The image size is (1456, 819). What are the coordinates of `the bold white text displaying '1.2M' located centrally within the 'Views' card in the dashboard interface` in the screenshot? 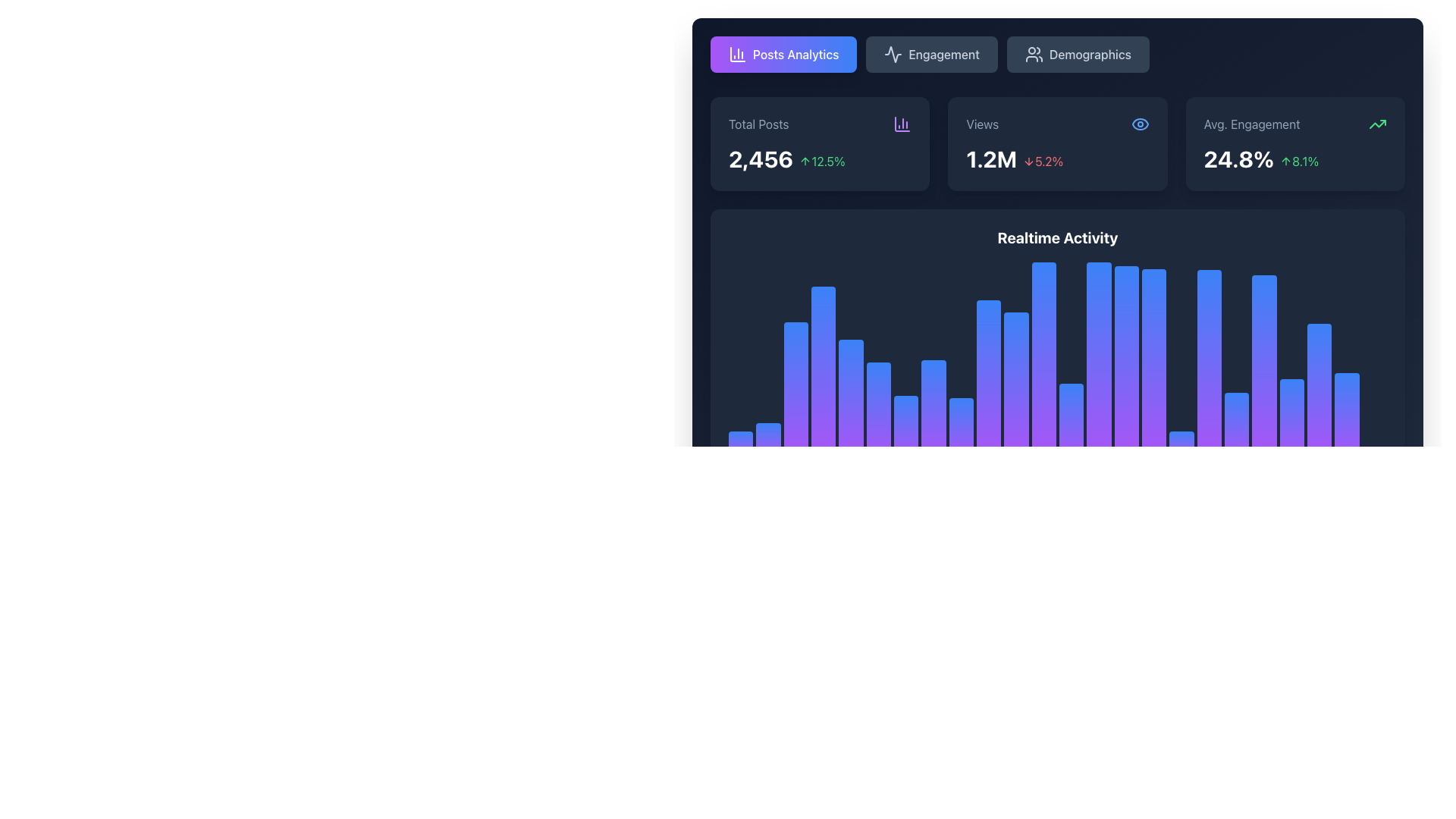 It's located at (991, 158).